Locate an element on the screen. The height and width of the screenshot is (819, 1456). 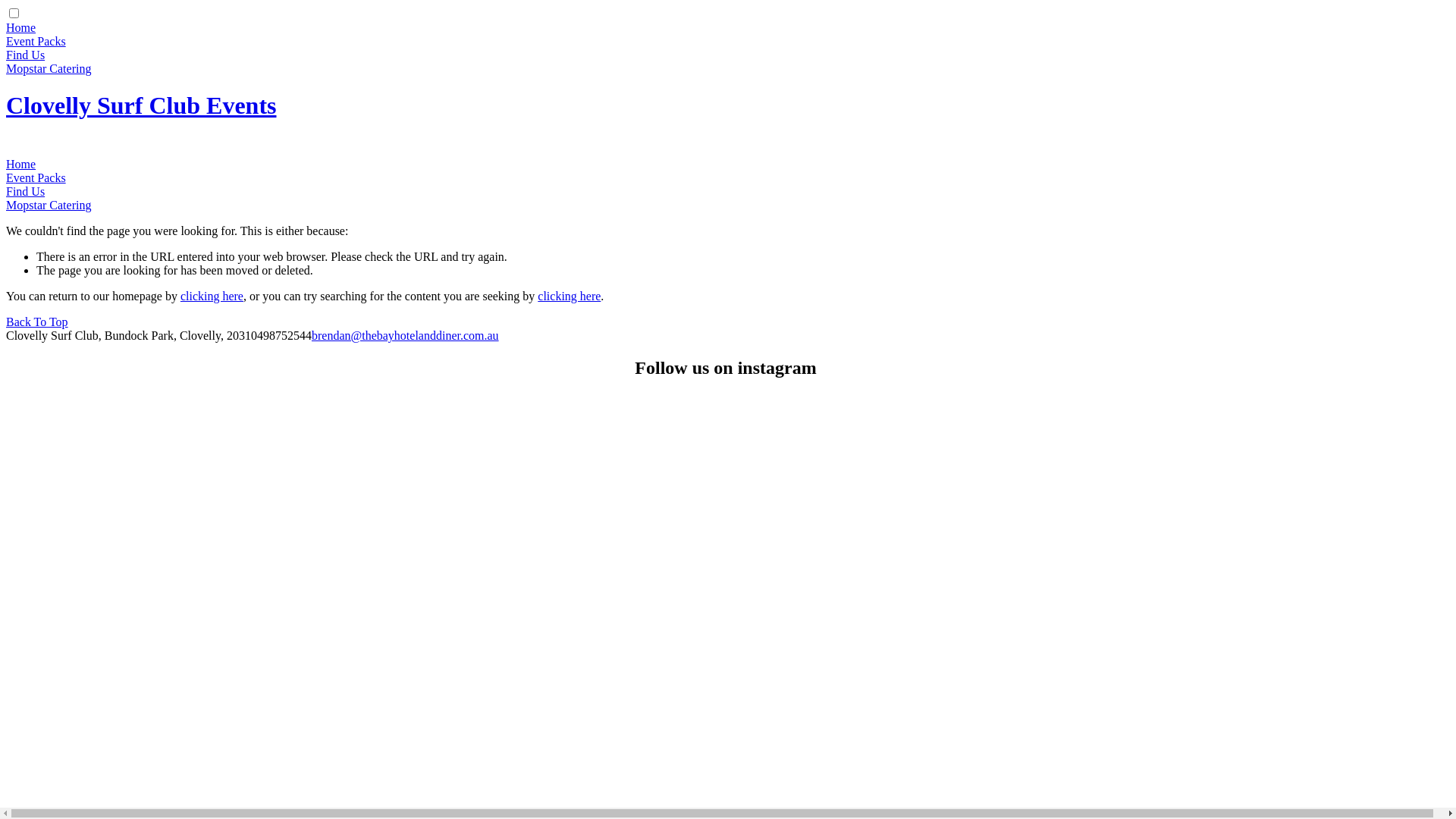
'Back To Top' is located at coordinates (36, 321).